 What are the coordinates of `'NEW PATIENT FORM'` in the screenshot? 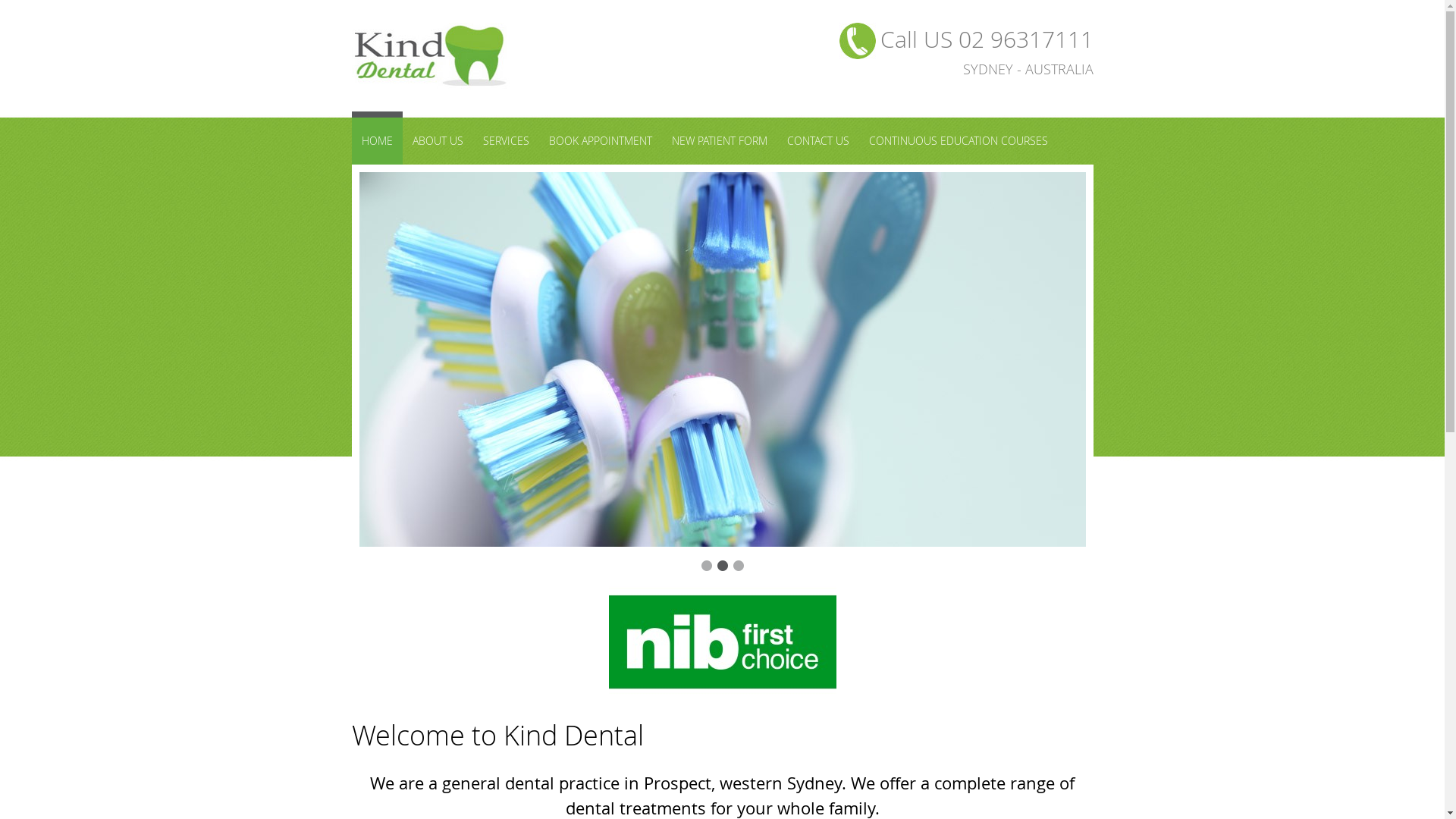 It's located at (718, 140).